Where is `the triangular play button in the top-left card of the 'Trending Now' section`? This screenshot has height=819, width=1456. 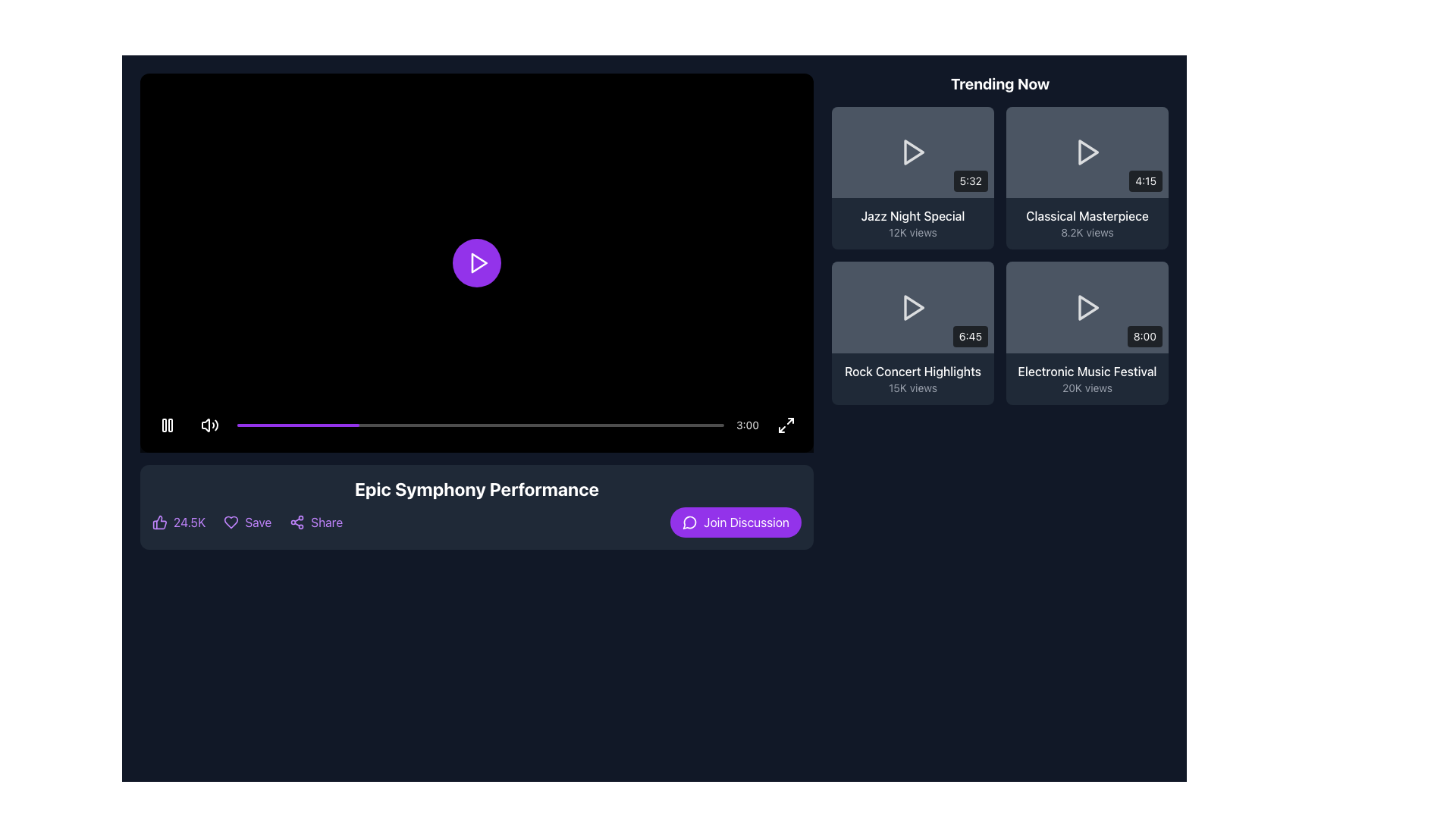
the triangular play button in the top-left card of the 'Trending Now' section is located at coordinates (913, 152).